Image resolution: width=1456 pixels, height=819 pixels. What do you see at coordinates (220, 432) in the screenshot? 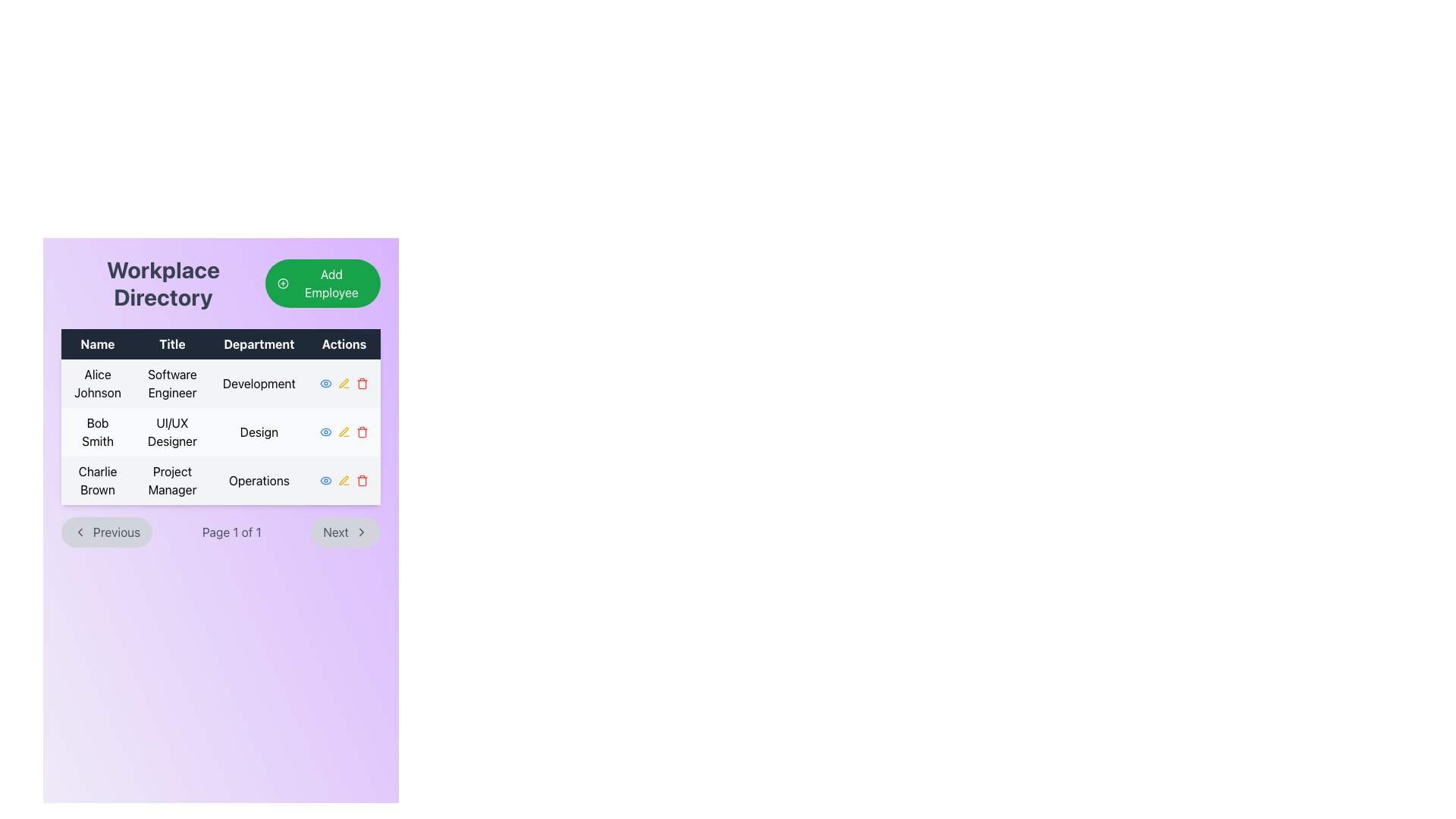
I see `on the second row of the employee table containing 'Bob Smith', which allows editing the employee's information in-place` at bounding box center [220, 432].